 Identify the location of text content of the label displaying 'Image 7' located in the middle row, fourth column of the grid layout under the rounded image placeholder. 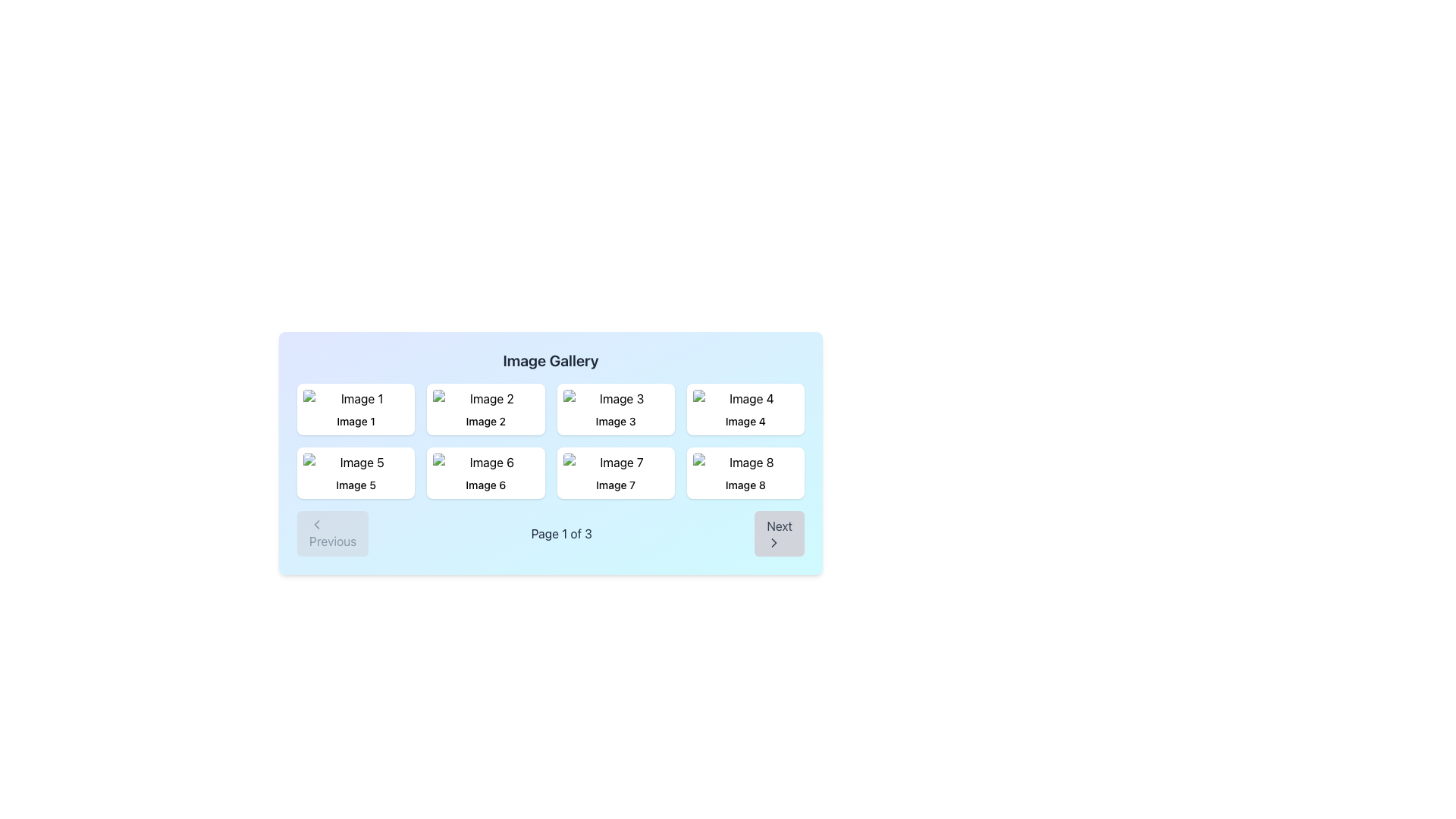
(616, 485).